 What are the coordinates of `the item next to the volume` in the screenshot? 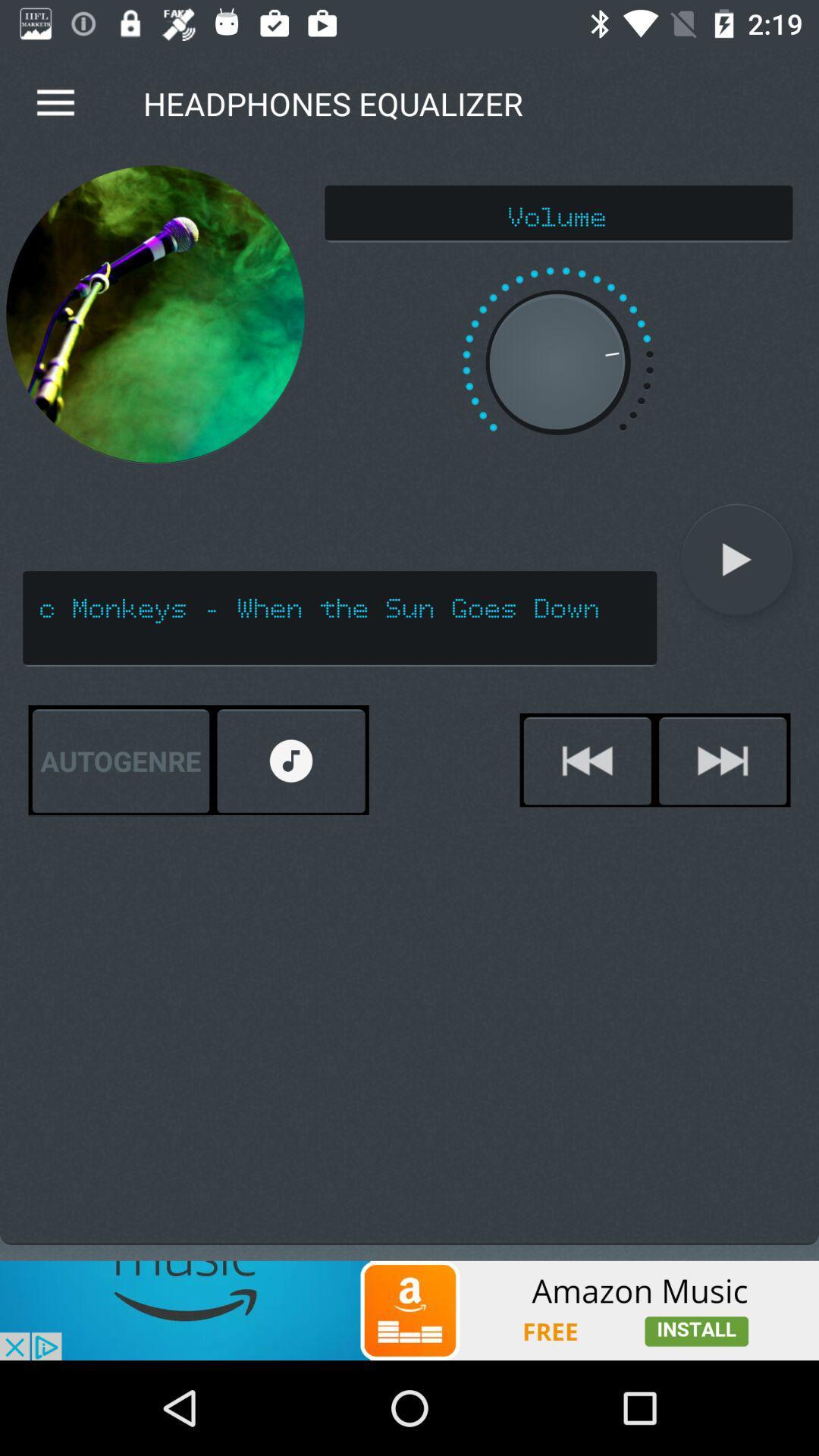 It's located at (155, 314).